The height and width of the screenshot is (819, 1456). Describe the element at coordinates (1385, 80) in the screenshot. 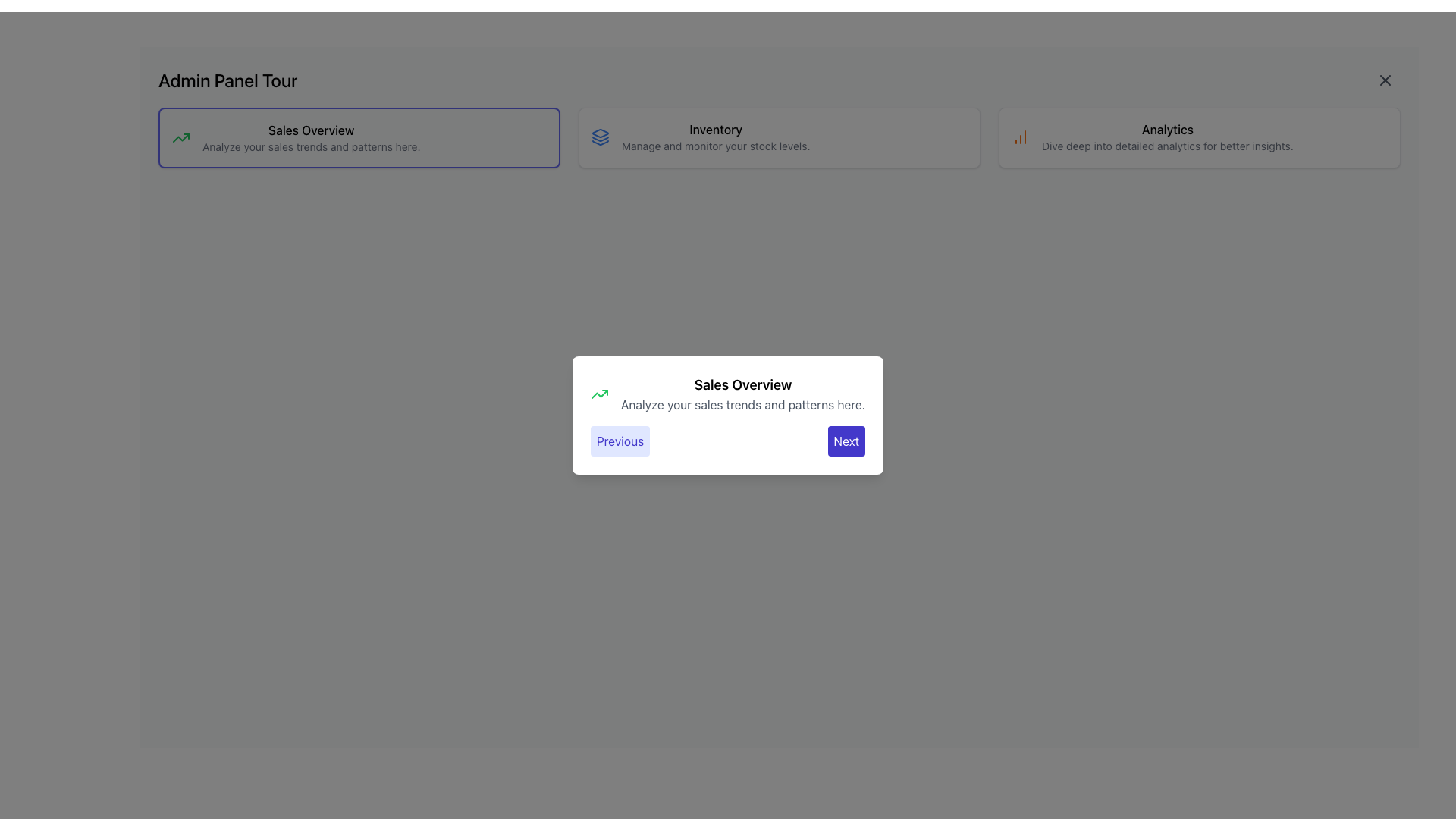

I see `the close button located in the top-right corner of the 'Admin Panel Tour' dialog` at that location.